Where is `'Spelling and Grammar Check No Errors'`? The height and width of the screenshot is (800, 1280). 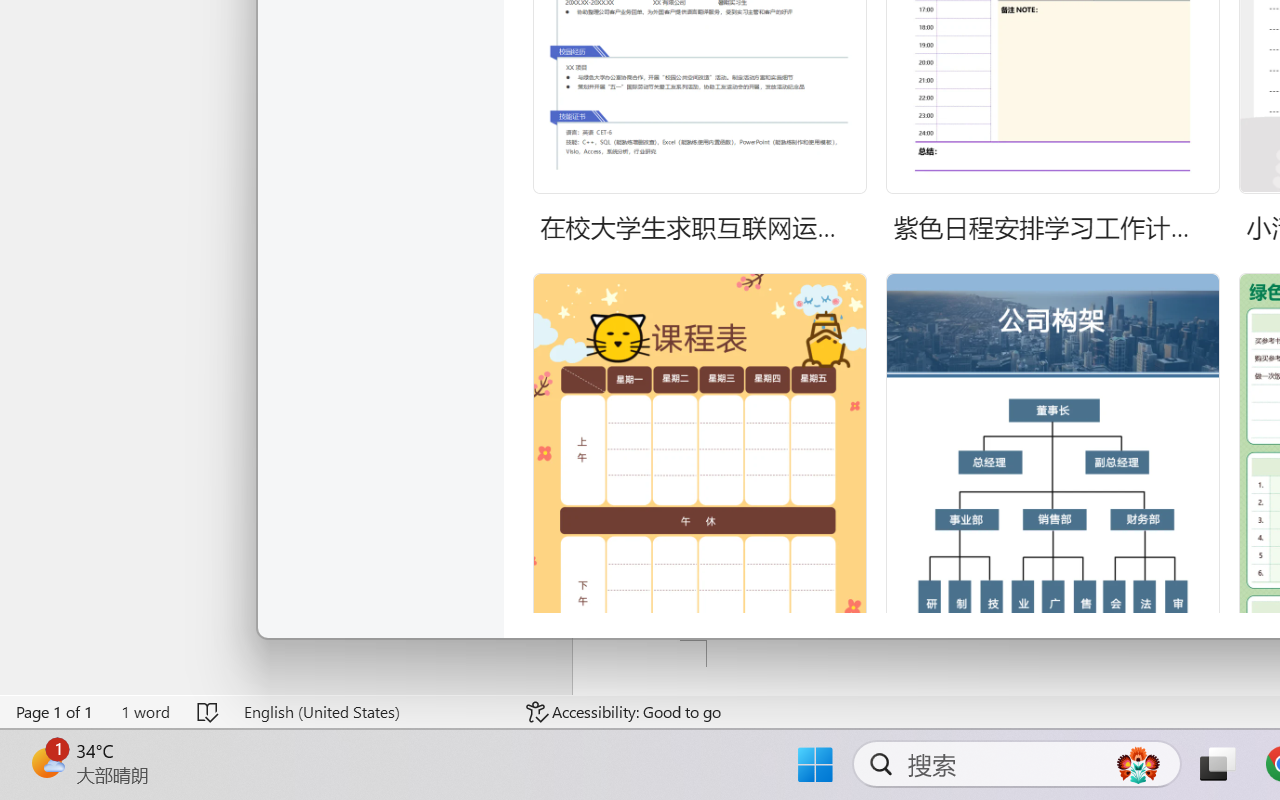 'Spelling and Grammar Check No Errors' is located at coordinates (209, 711).